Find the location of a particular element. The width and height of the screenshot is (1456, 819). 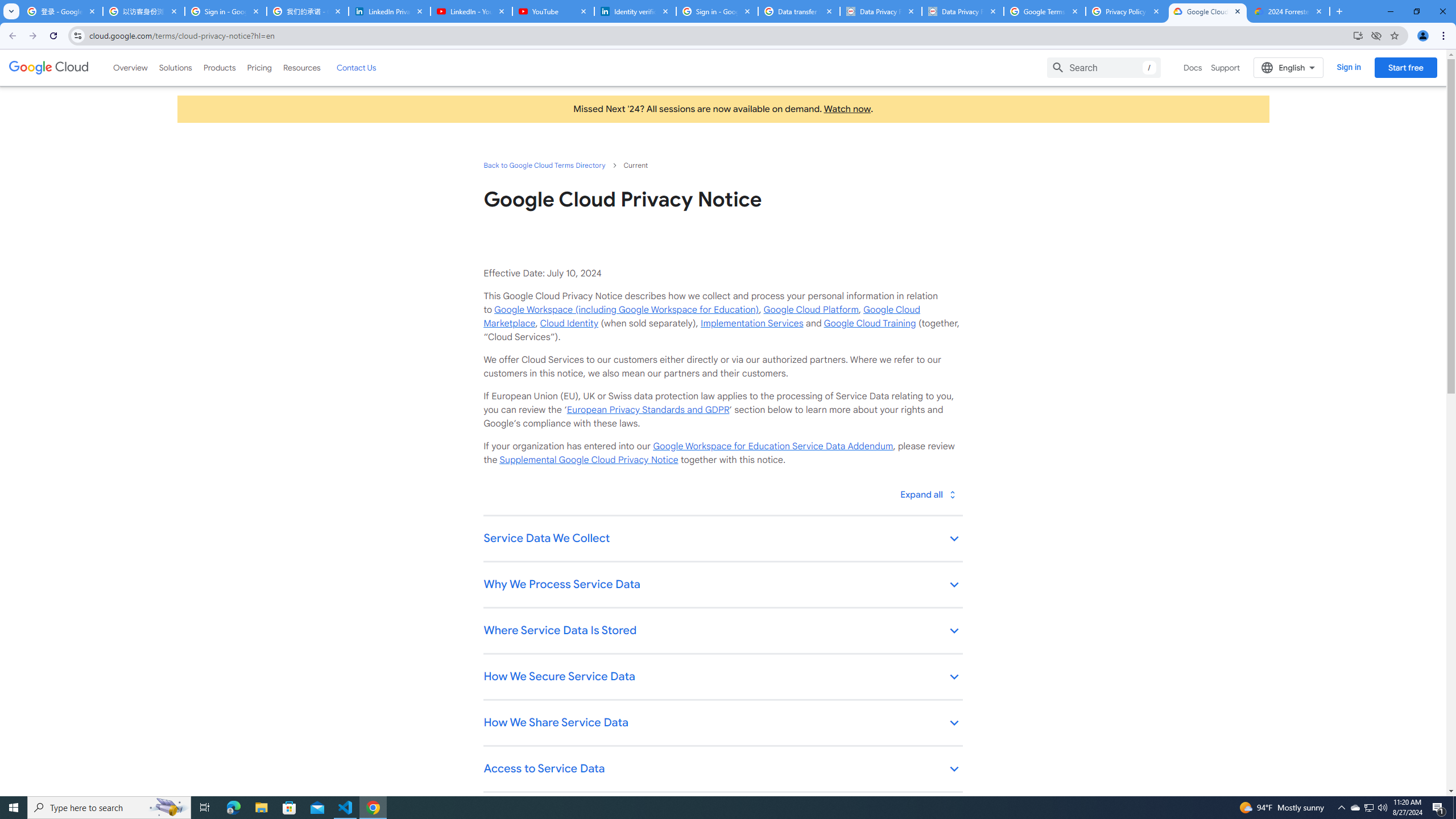

'Third-party cookies blocked' is located at coordinates (1376, 35).